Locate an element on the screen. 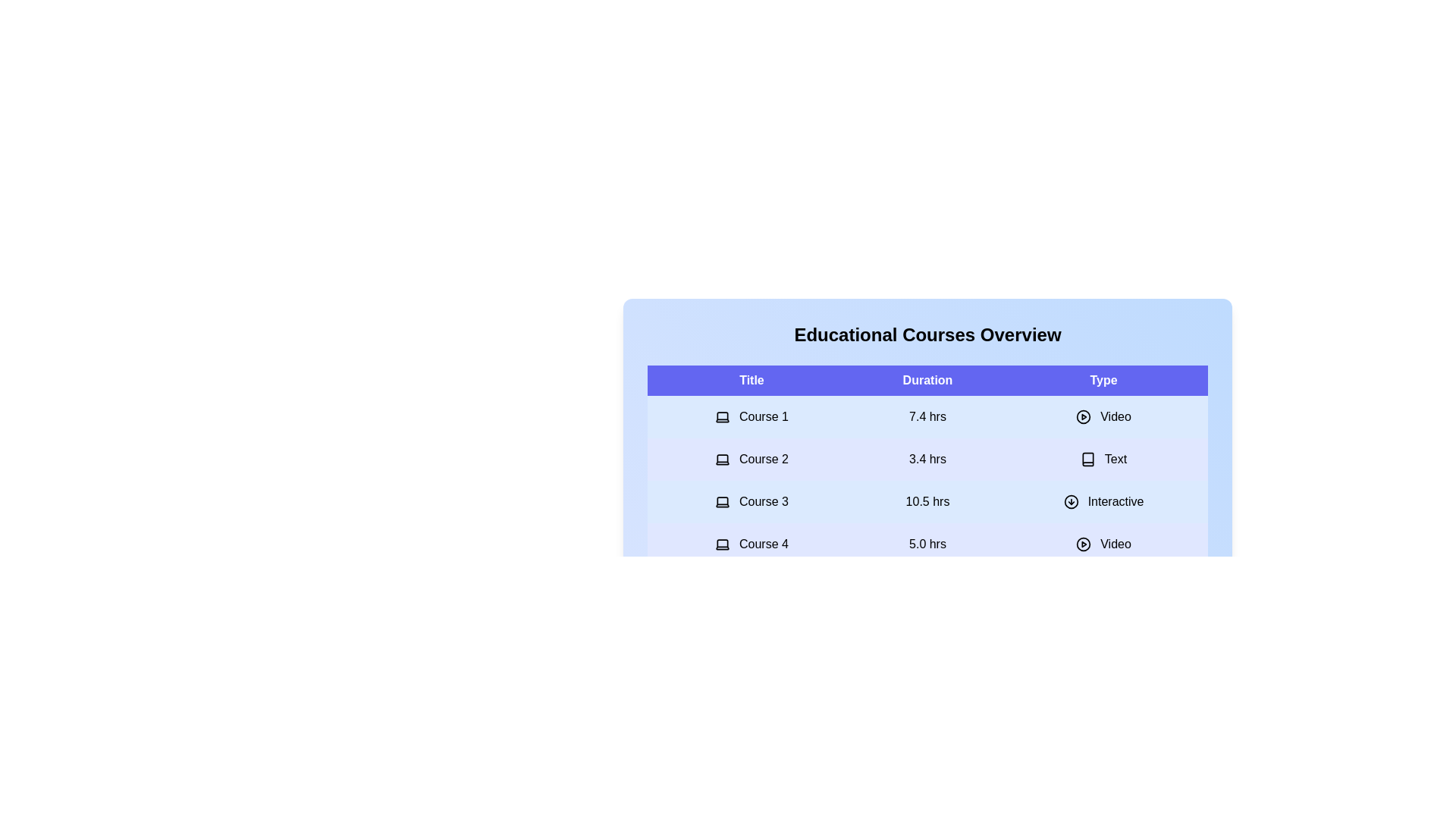 This screenshot has height=819, width=1456. the row corresponding to the course title Course 1 is located at coordinates (751, 417).